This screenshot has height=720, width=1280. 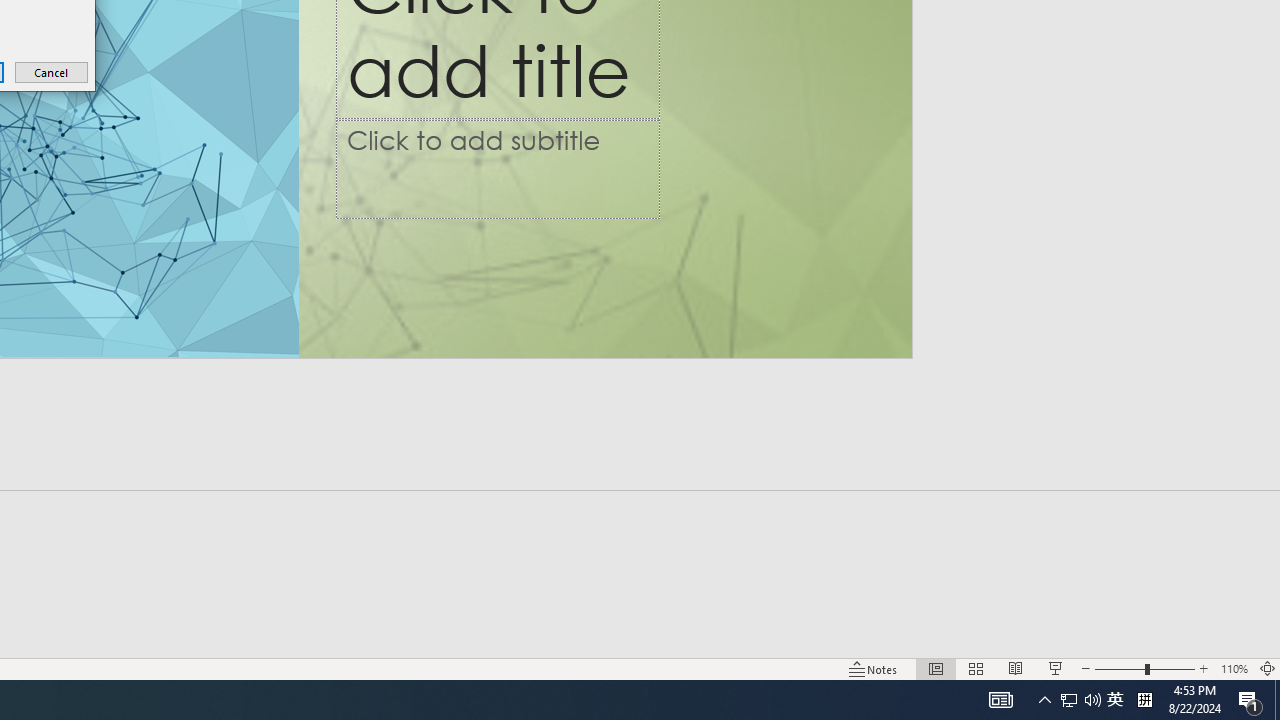 What do you see at coordinates (51, 71) in the screenshot?
I see `'Cancel'` at bounding box center [51, 71].